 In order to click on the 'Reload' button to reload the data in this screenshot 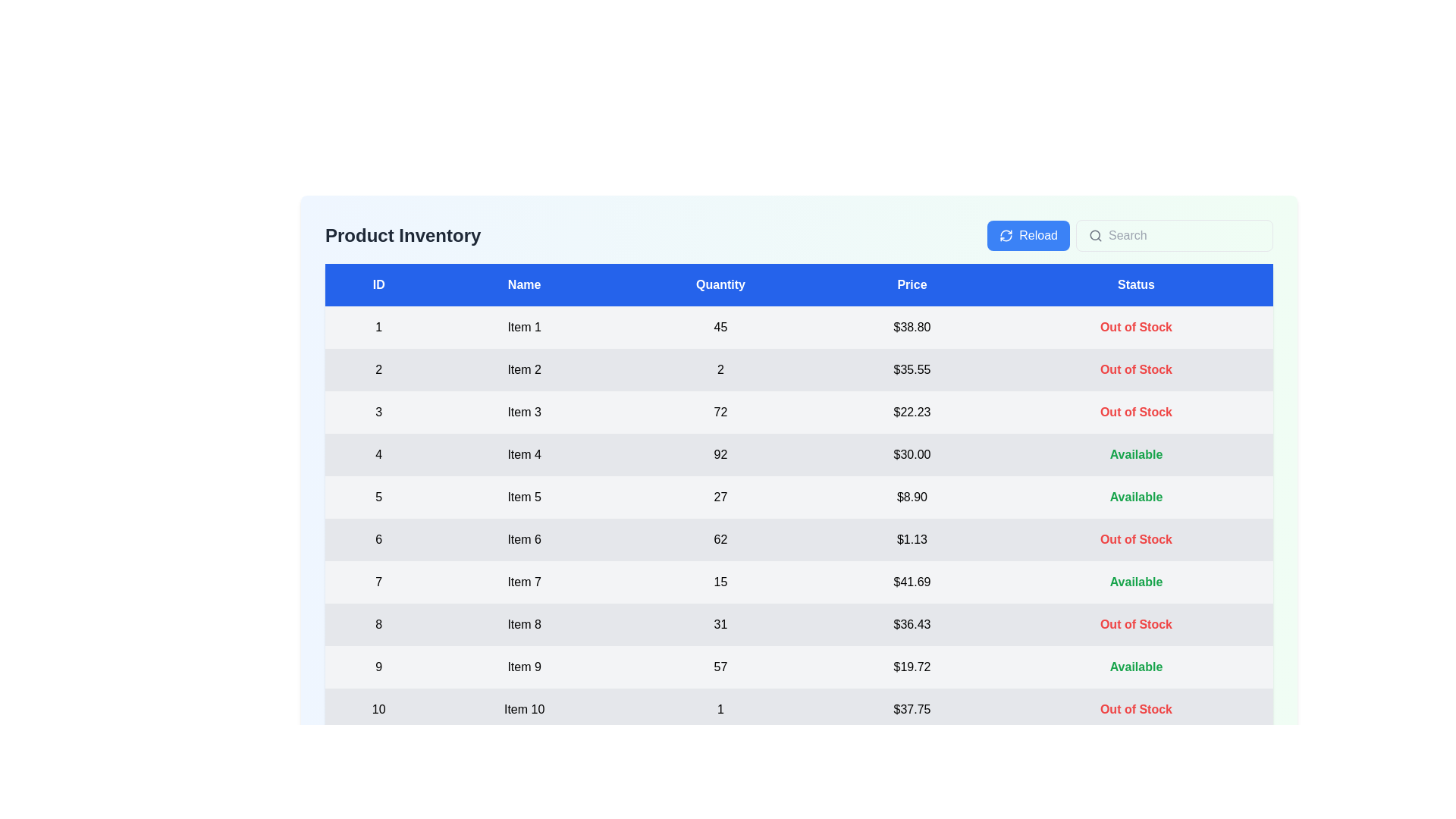, I will do `click(1028, 236)`.